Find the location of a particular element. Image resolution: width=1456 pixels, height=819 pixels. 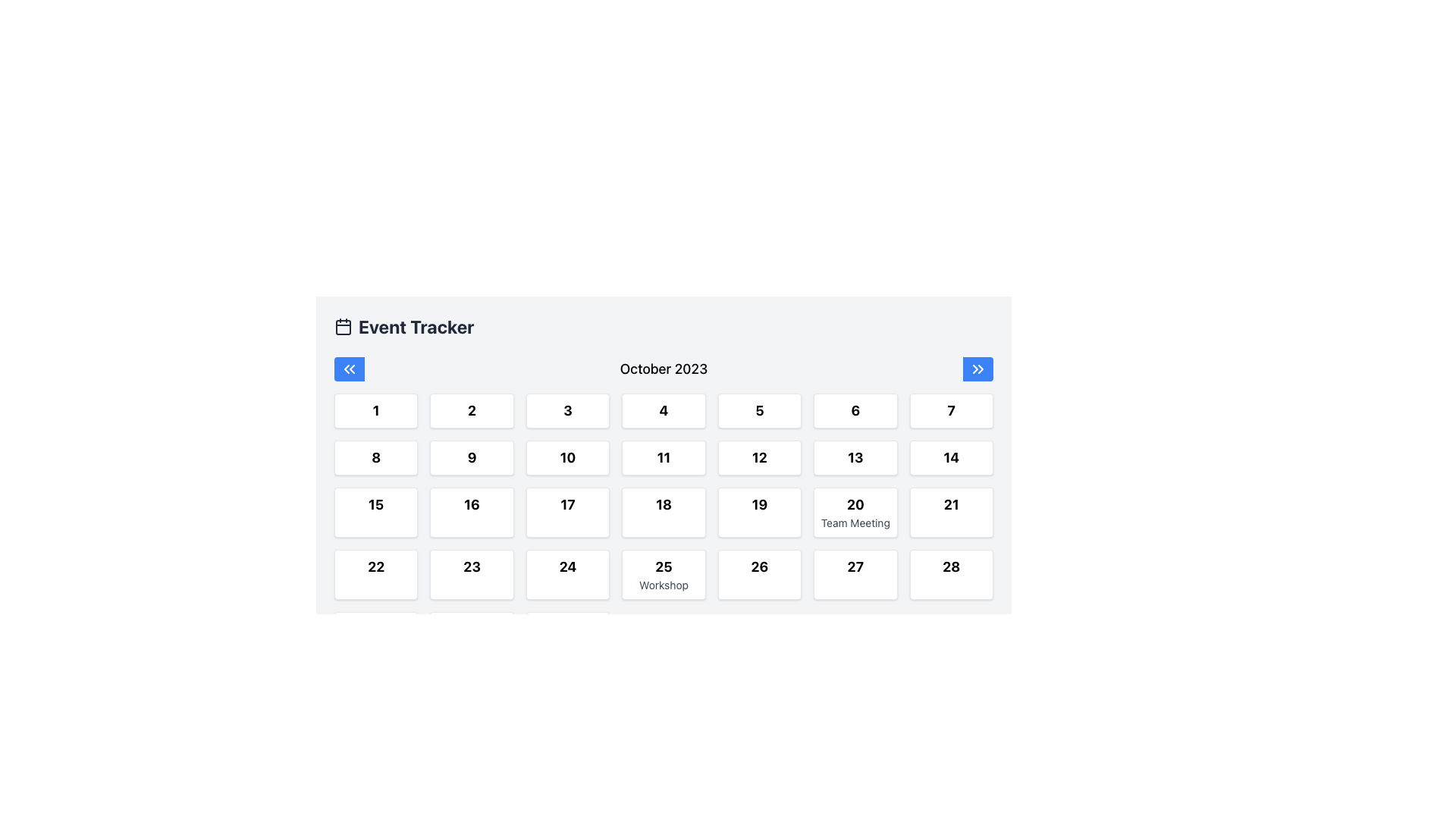

the static text element displaying the number '4', which represents the fourth day of the calendar in the grid layout is located at coordinates (664, 411).